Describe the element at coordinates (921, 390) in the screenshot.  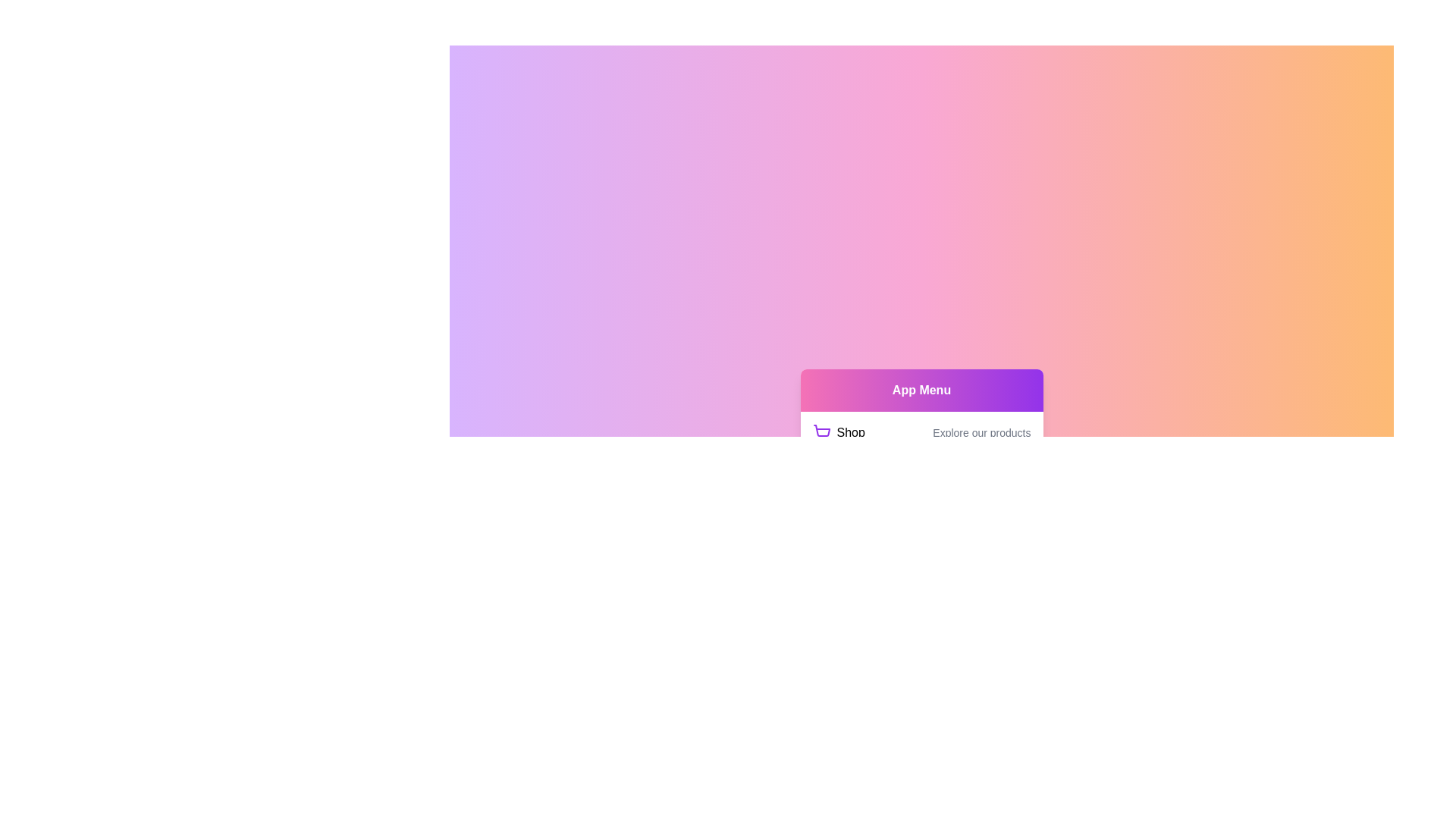
I see `the header labeled 'App Menu'` at that location.